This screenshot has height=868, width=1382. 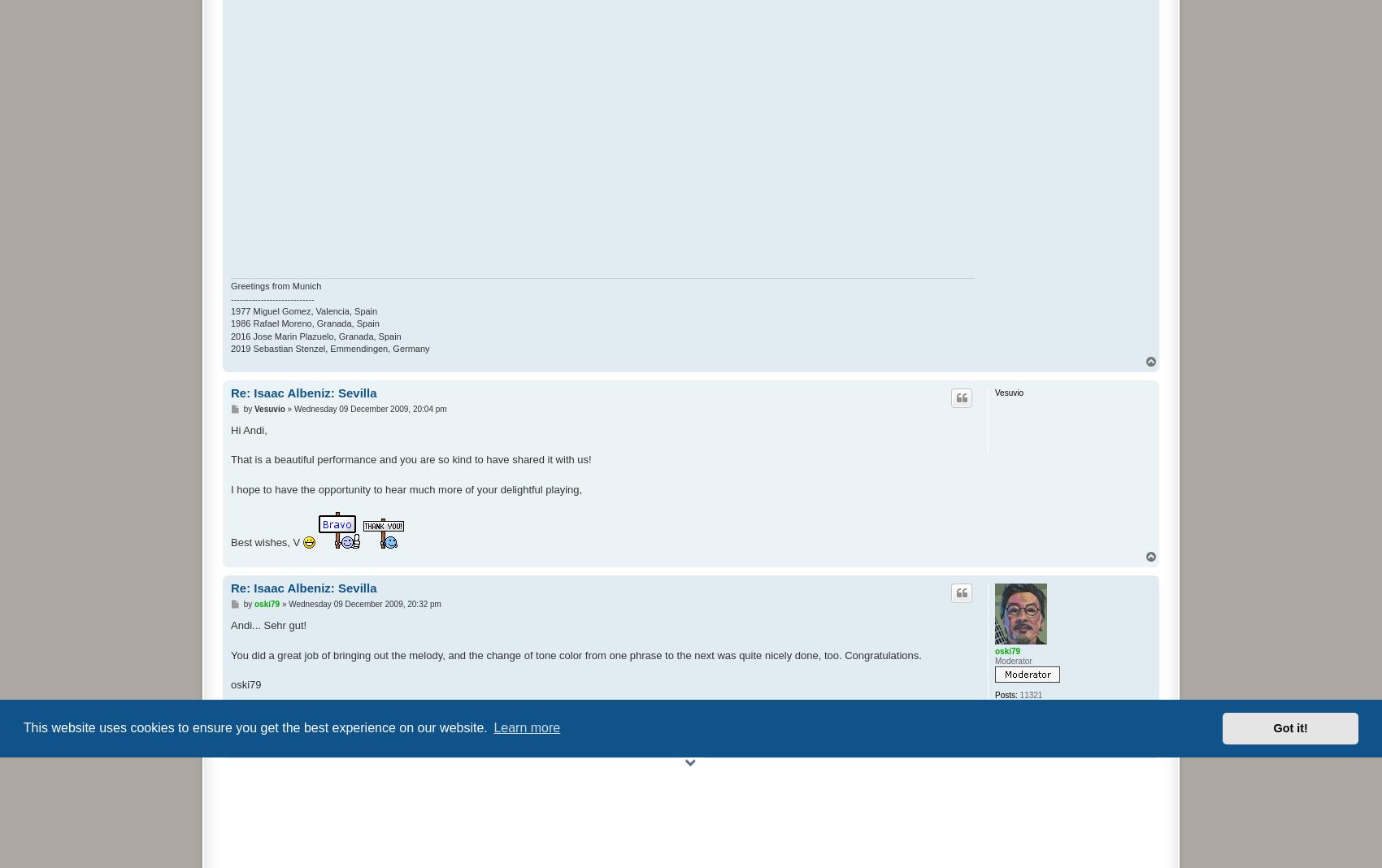 I want to click on 'Friday 08 February 2008, 16:12 pm', so click(x=1019, y=704).